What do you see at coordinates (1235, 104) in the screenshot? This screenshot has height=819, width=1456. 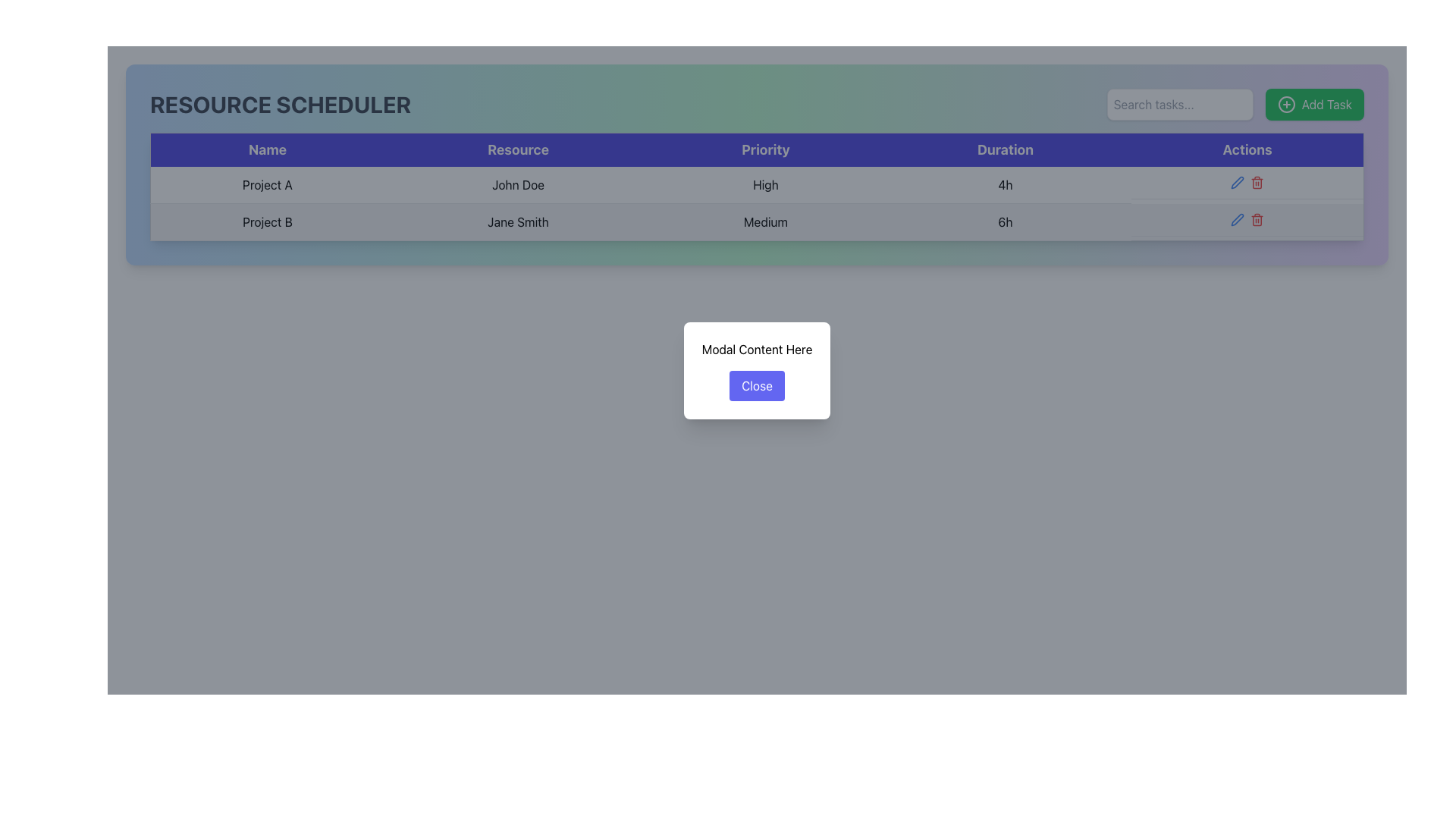 I see `the search input field located at the top-right section of the interface, adjacent to the 'Add Task' button` at bounding box center [1235, 104].